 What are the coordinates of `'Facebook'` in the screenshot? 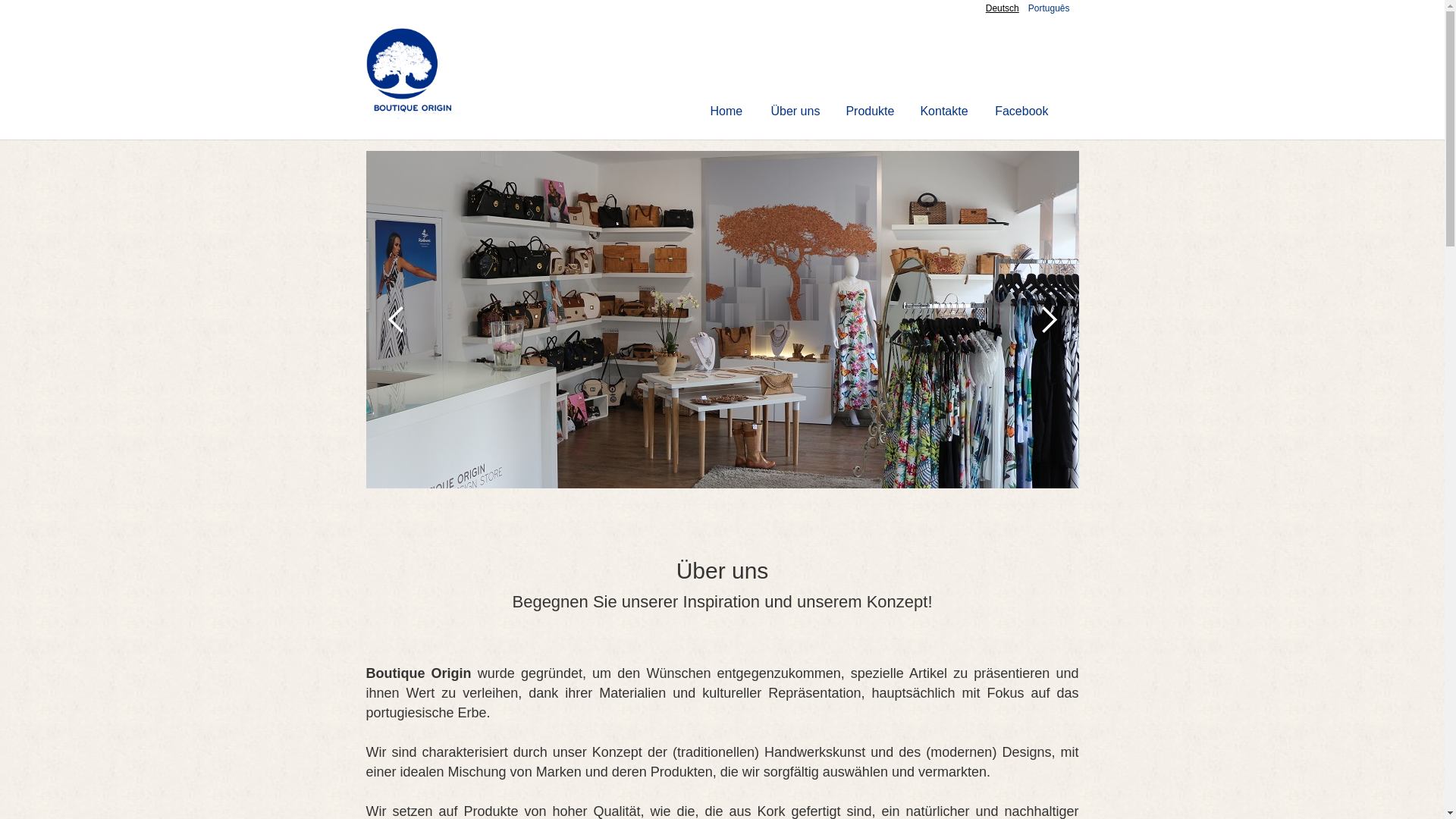 It's located at (982, 110).